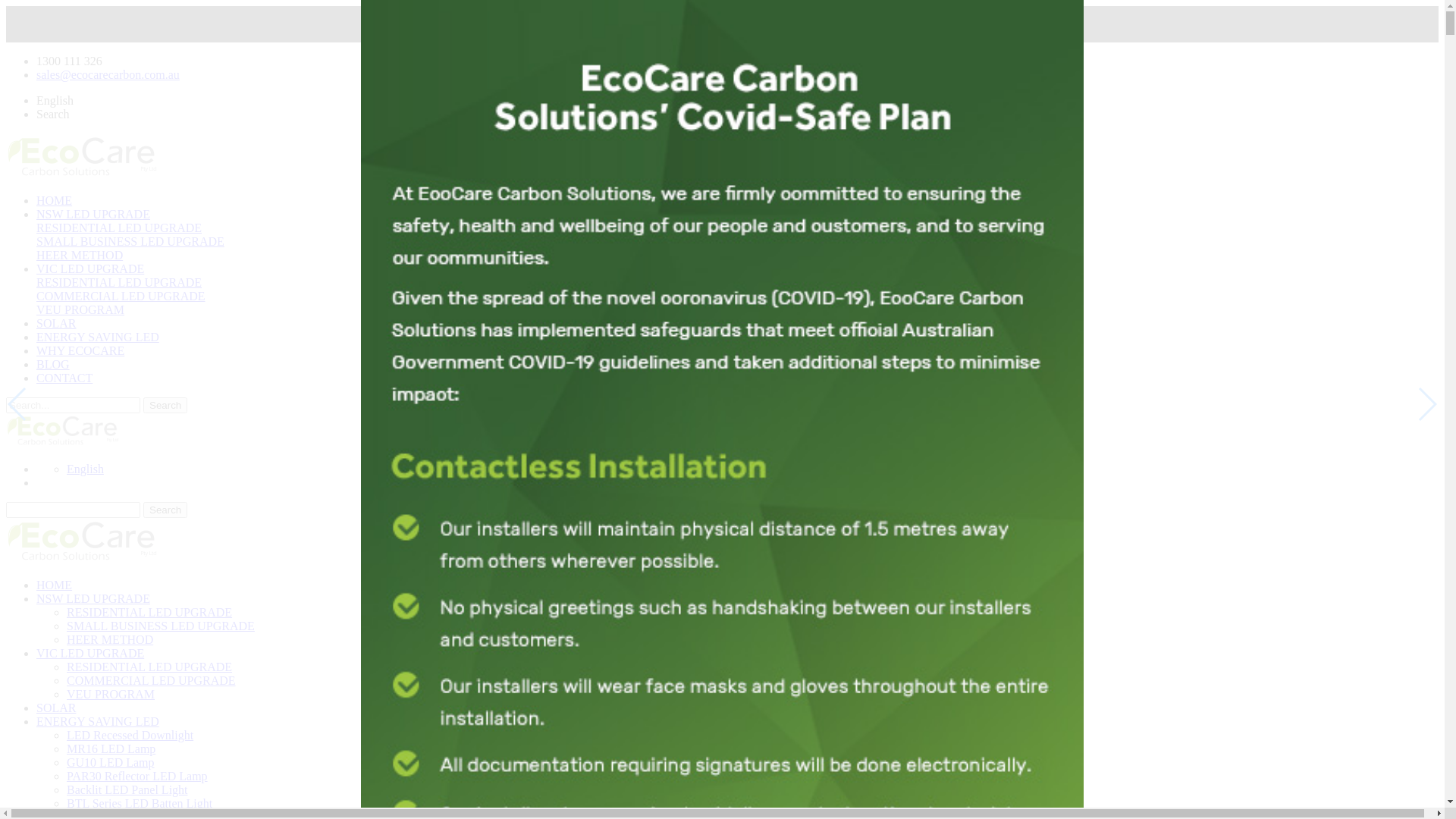 This screenshot has width=1456, height=819. I want to click on 'LED Recessed Downlight', so click(130, 734).